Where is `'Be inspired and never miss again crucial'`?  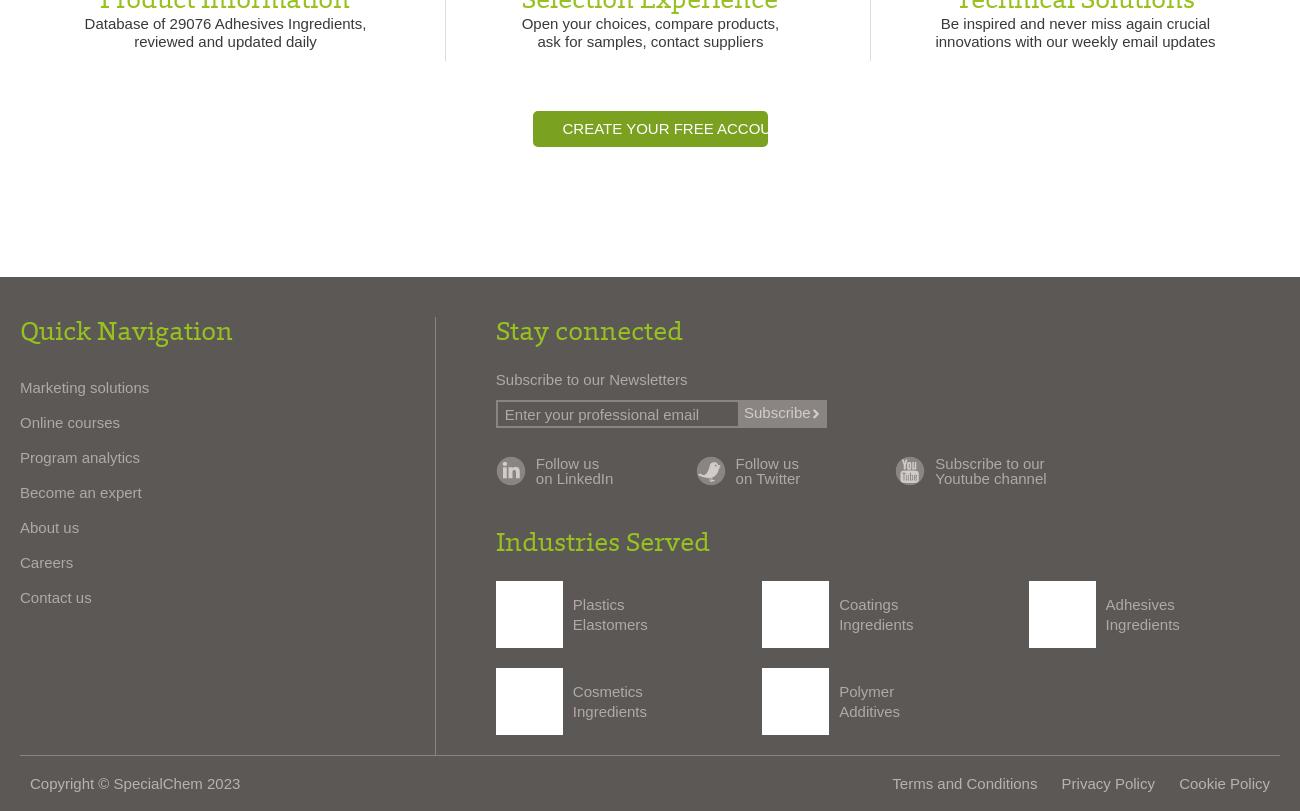
'Be inspired and never miss again crucial' is located at coordinates (1074, 23).